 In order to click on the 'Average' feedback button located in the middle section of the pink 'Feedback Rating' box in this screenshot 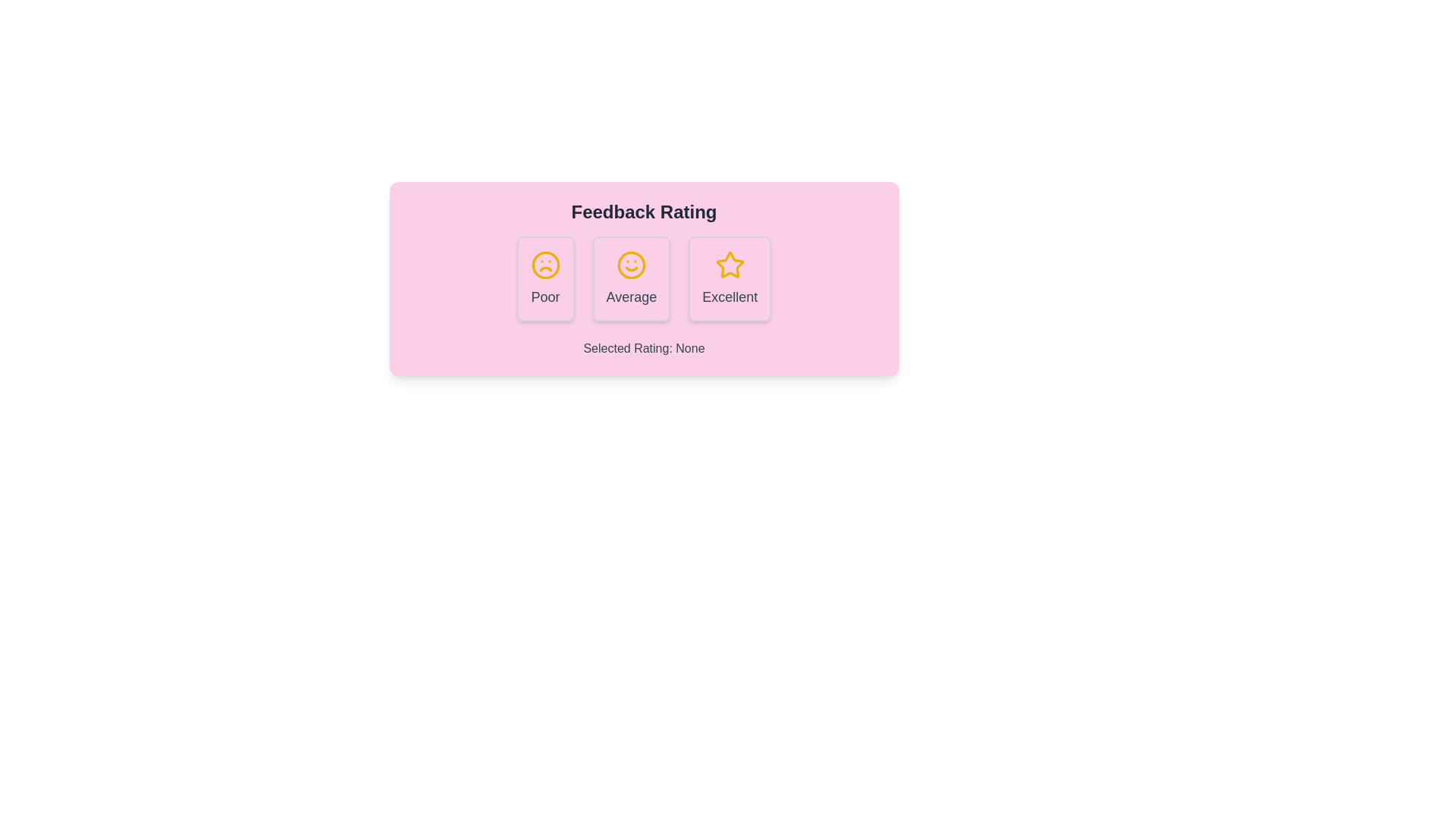, I will do `click(644, 278)`.